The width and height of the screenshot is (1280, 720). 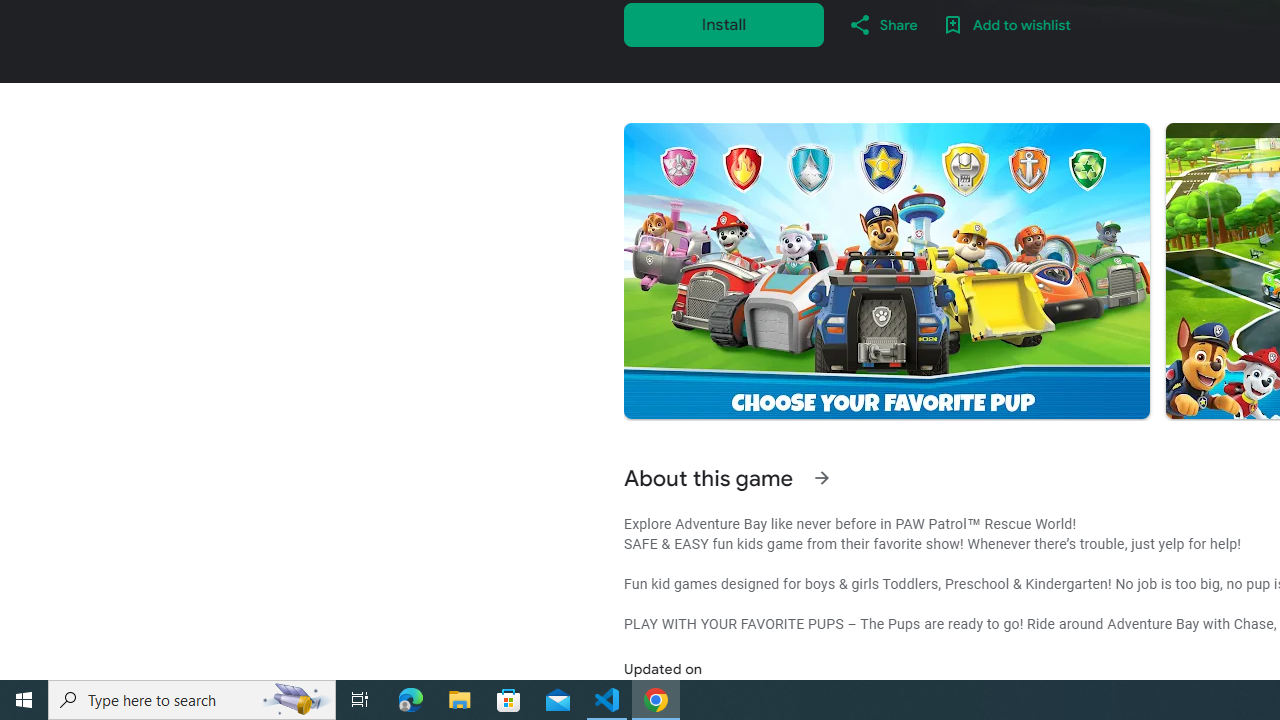 I want to click on 'Screenshot image', so click(x=885, y=271).